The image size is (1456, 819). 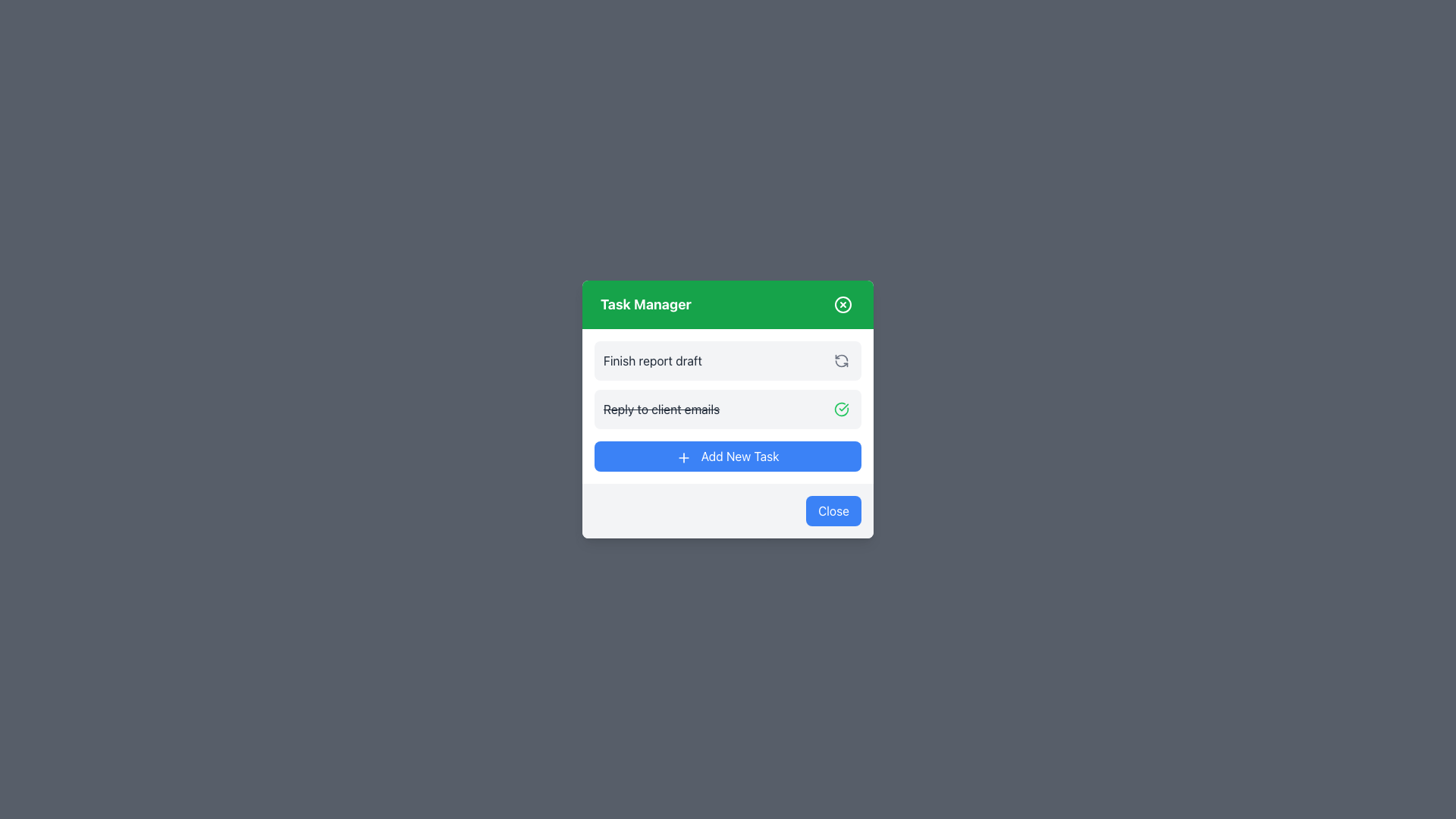 What do you see at coordinates (840, 409) in the screenshot?
I see `the circular icon button with a check mark inside, styled with a green border and transparent fill, located to the right of the 'Reply to client emails' task entry` at bounding box center [840, 409].